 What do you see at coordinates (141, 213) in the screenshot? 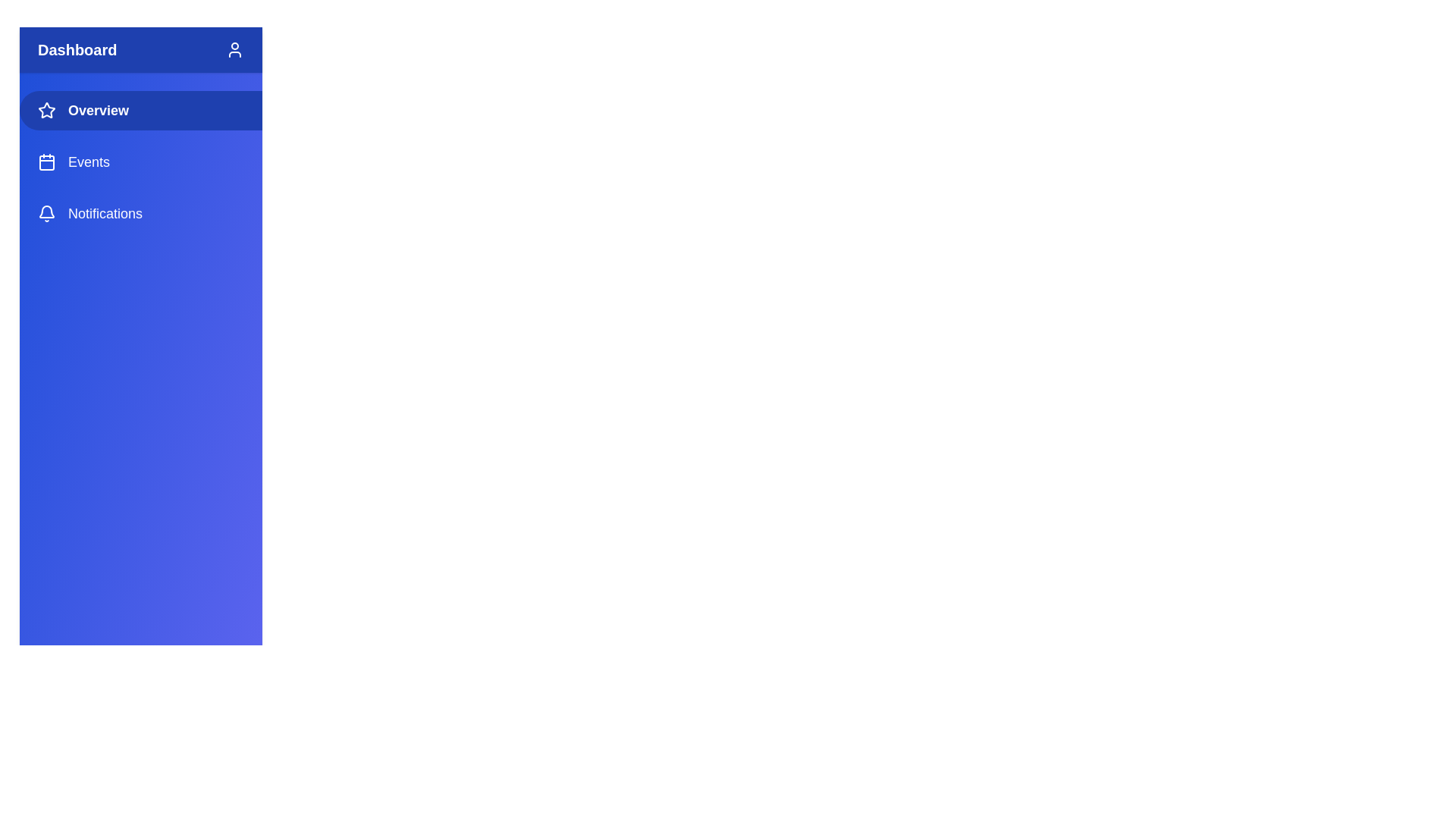
I see `the sidebar section Notifications` at bounding box center [141, 213].